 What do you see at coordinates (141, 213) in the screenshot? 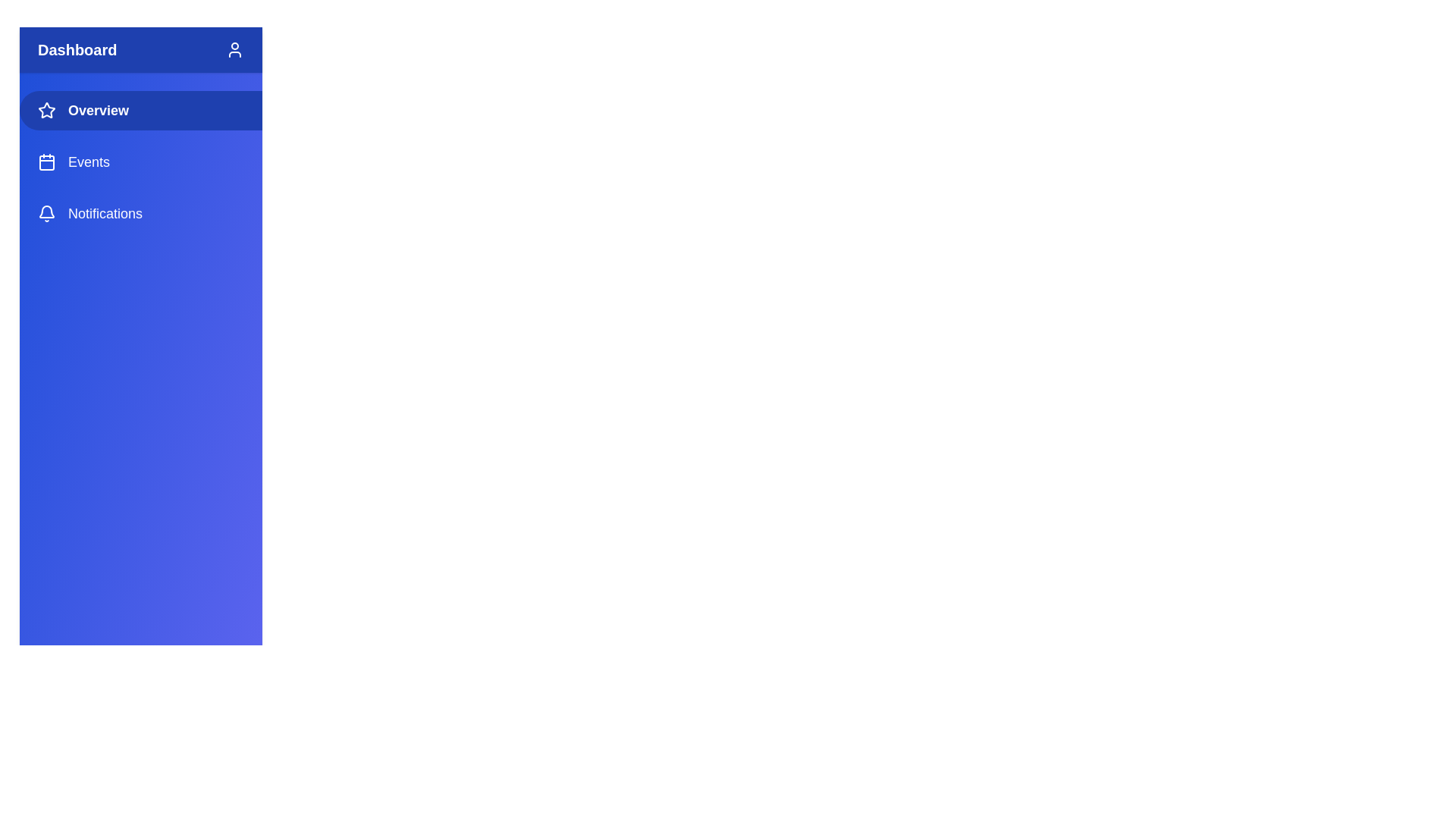
I see `the sidebar section Notifications` at bounding box center [141, 213].